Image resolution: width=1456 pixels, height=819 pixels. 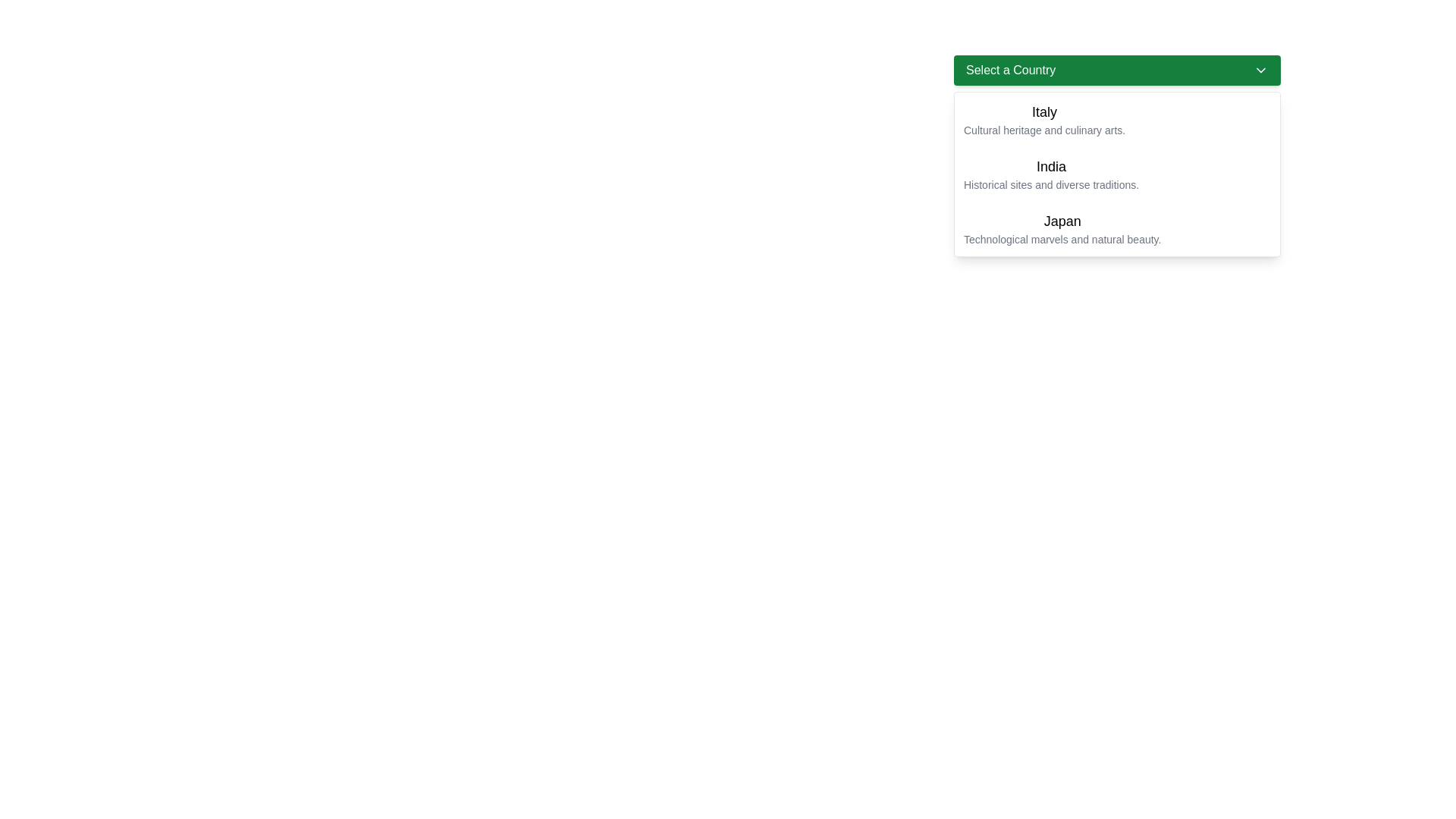 What do you see at coordinates (1043, 119) in the screenshot?
I see `the dropdown list item for 'Italy' using keyboard input to select it as it is the first item under 'Select a Country'` at bounding box center [1043, 119].